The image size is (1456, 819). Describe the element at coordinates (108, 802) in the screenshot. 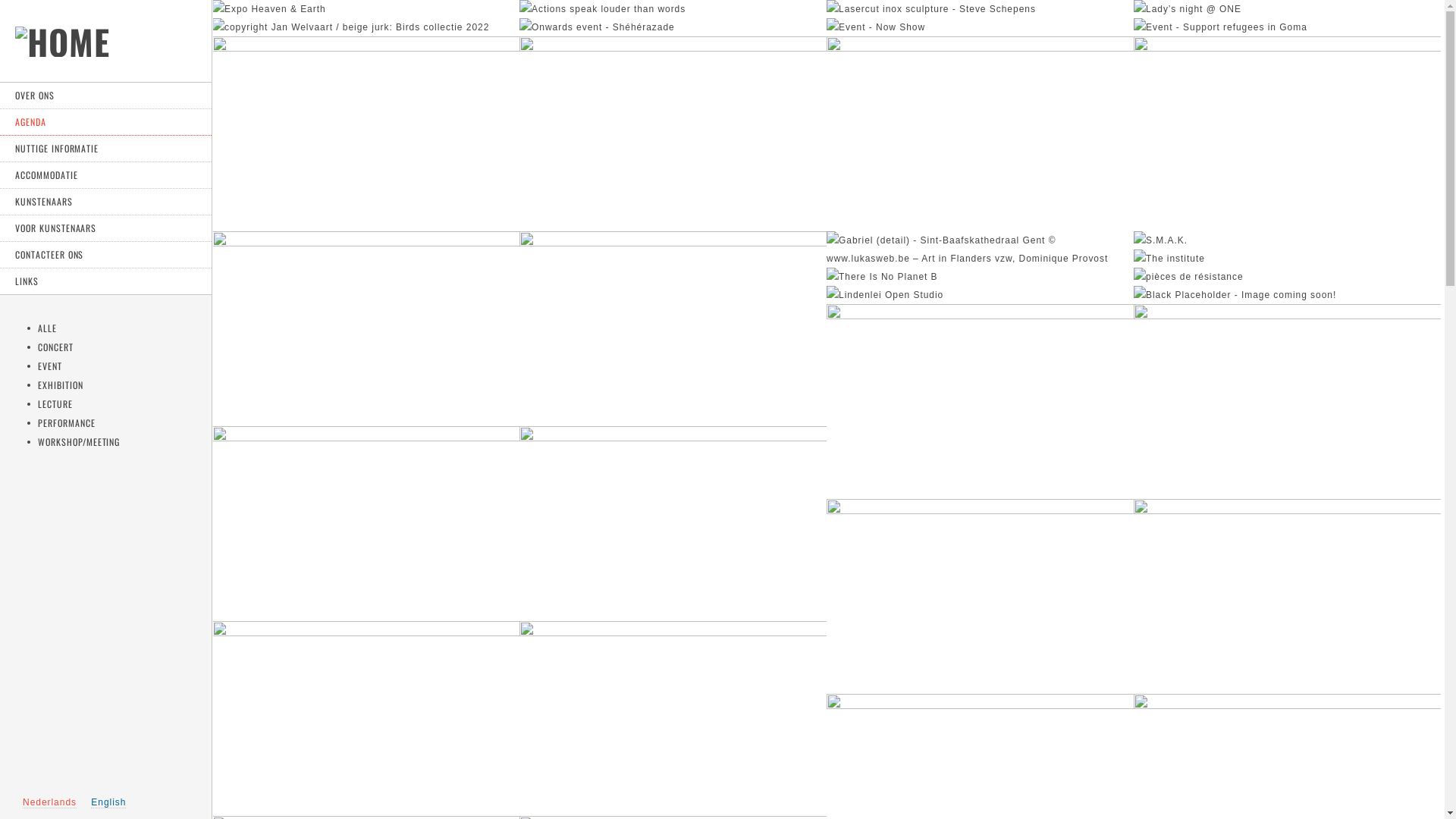

I see `'English'` at that location.